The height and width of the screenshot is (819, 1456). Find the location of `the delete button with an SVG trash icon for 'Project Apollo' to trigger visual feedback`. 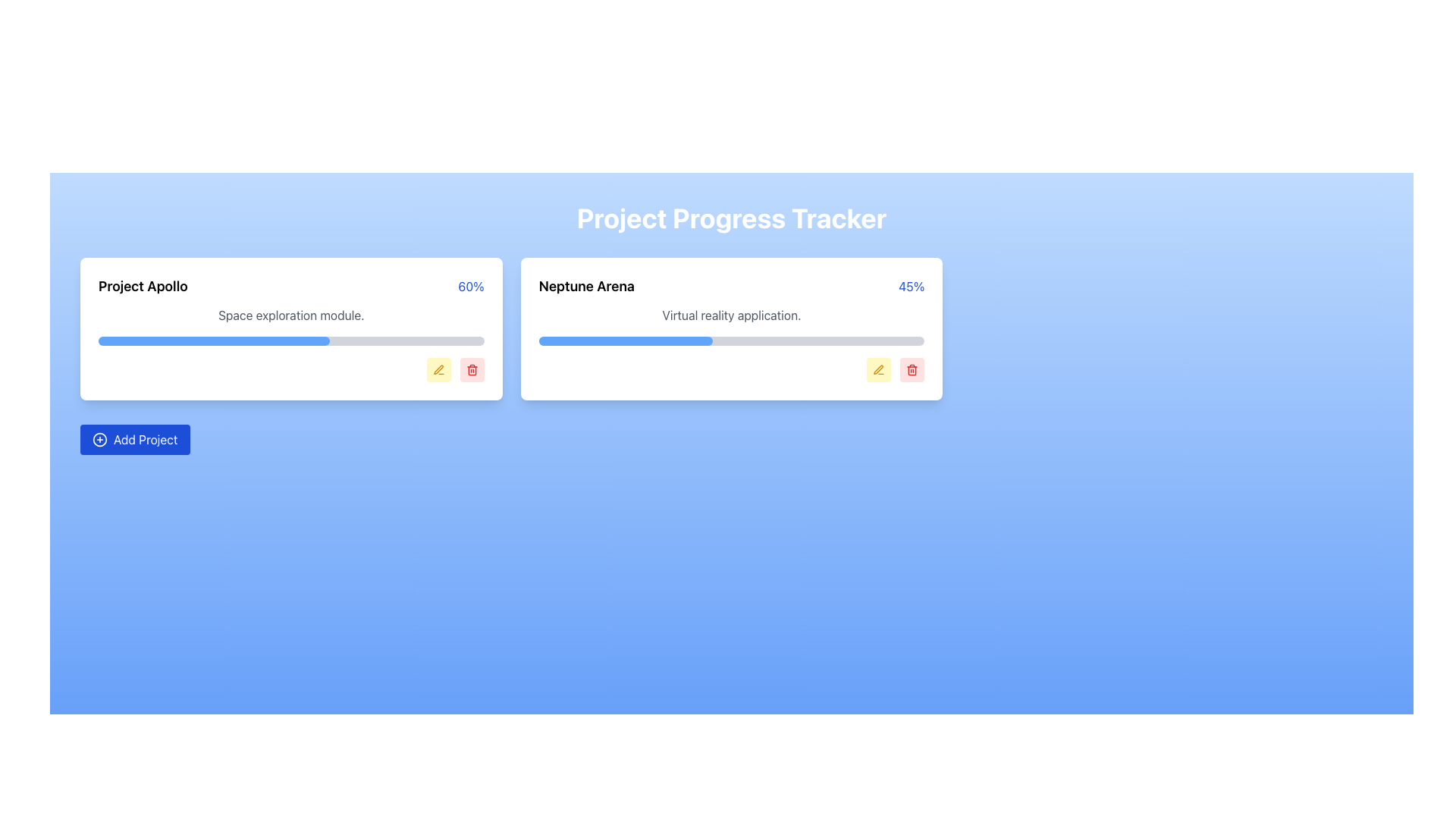

the delete button with an SVG trash icon for 'Project Apollo' to trigger visual feedback is located at coordinates (471, 370).